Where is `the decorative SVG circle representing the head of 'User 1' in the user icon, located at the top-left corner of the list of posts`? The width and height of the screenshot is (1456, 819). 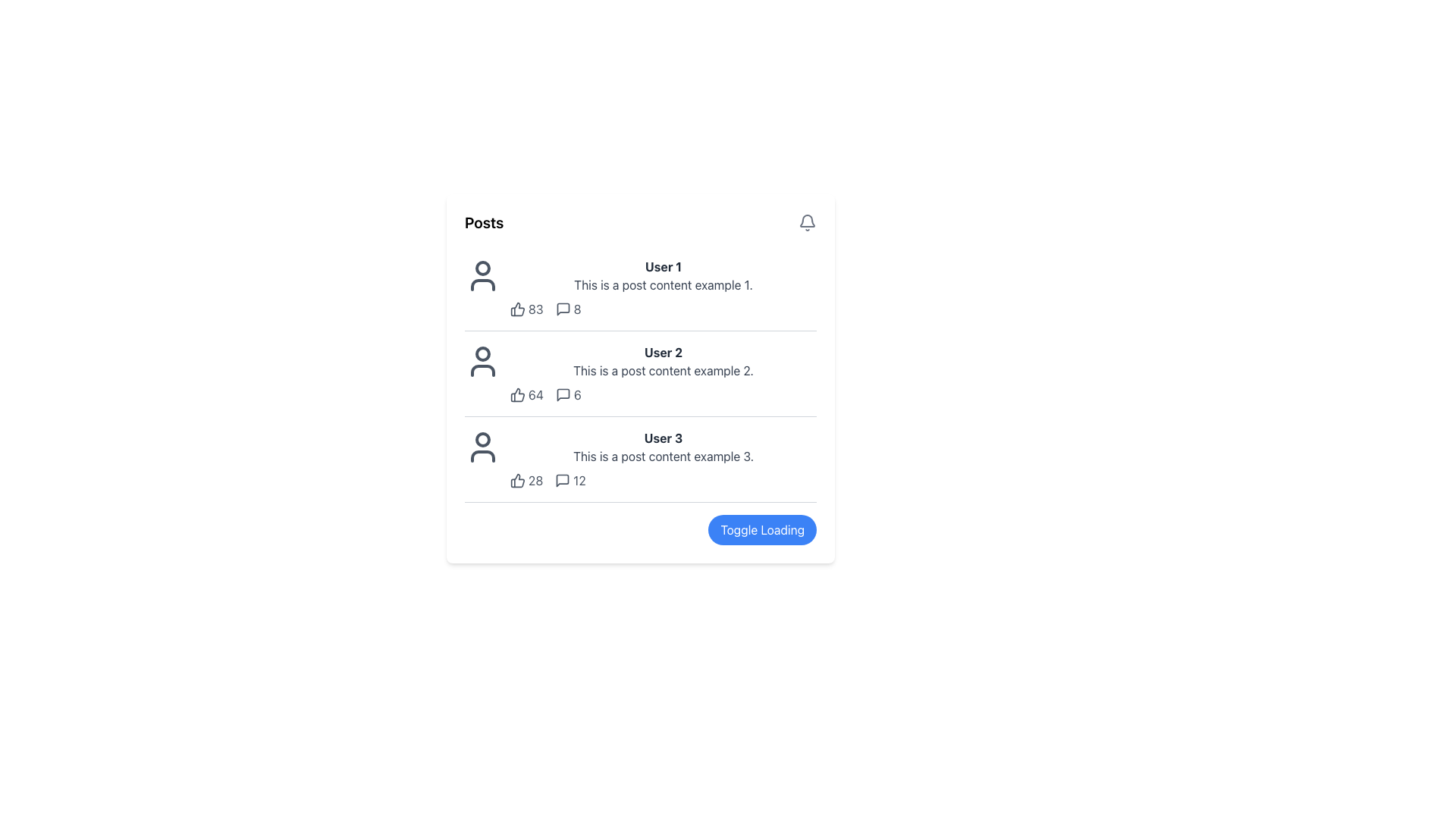
the decorative SVG circle representing the head of 'User 1' in the user icon, located at the top-left corner of the list of posts is located at coordinates (482, 268).